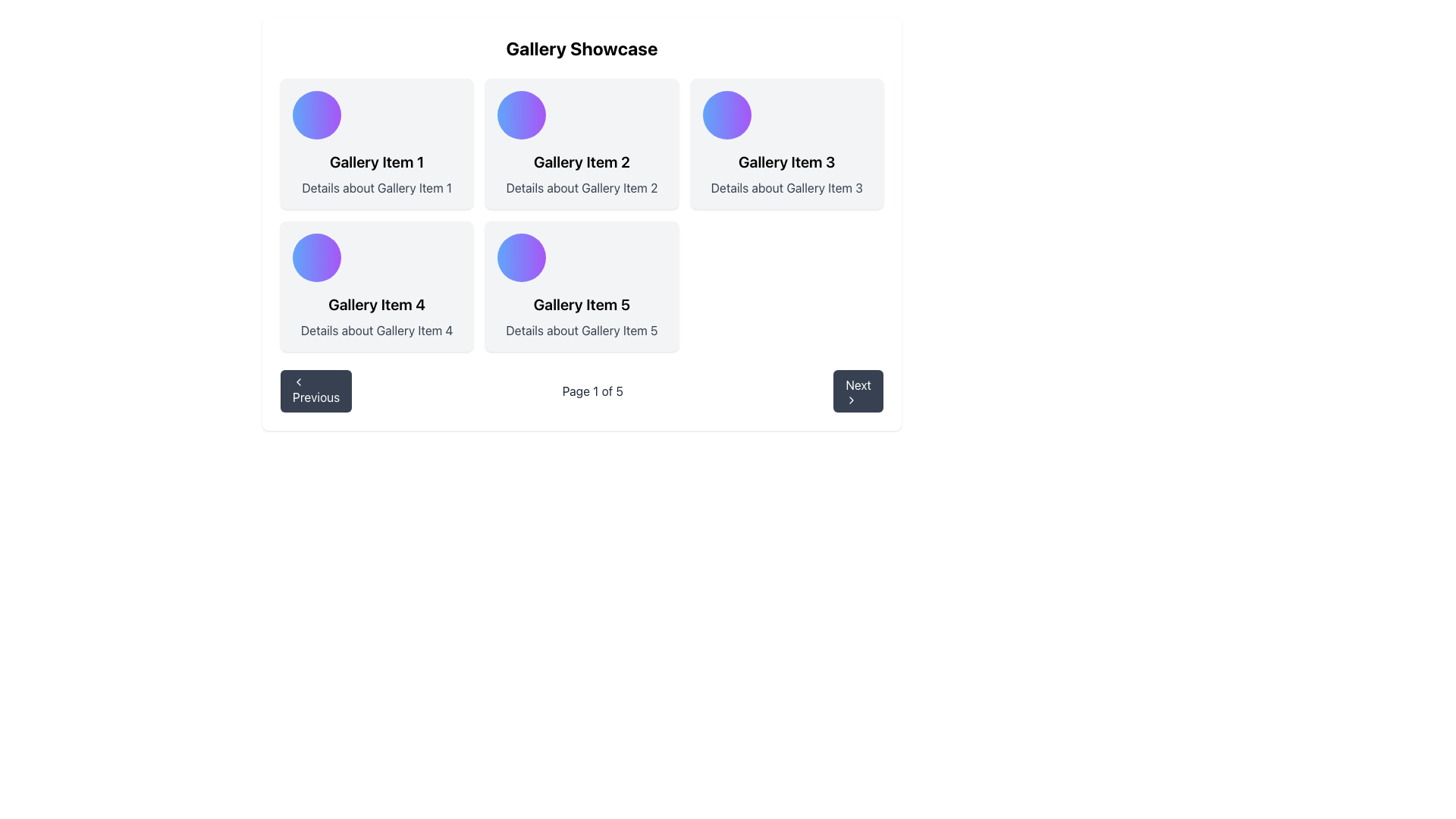  I want to click on title text of the second card in a row of three cards, located in the top-middle of the grid layout, so click(581, 162).